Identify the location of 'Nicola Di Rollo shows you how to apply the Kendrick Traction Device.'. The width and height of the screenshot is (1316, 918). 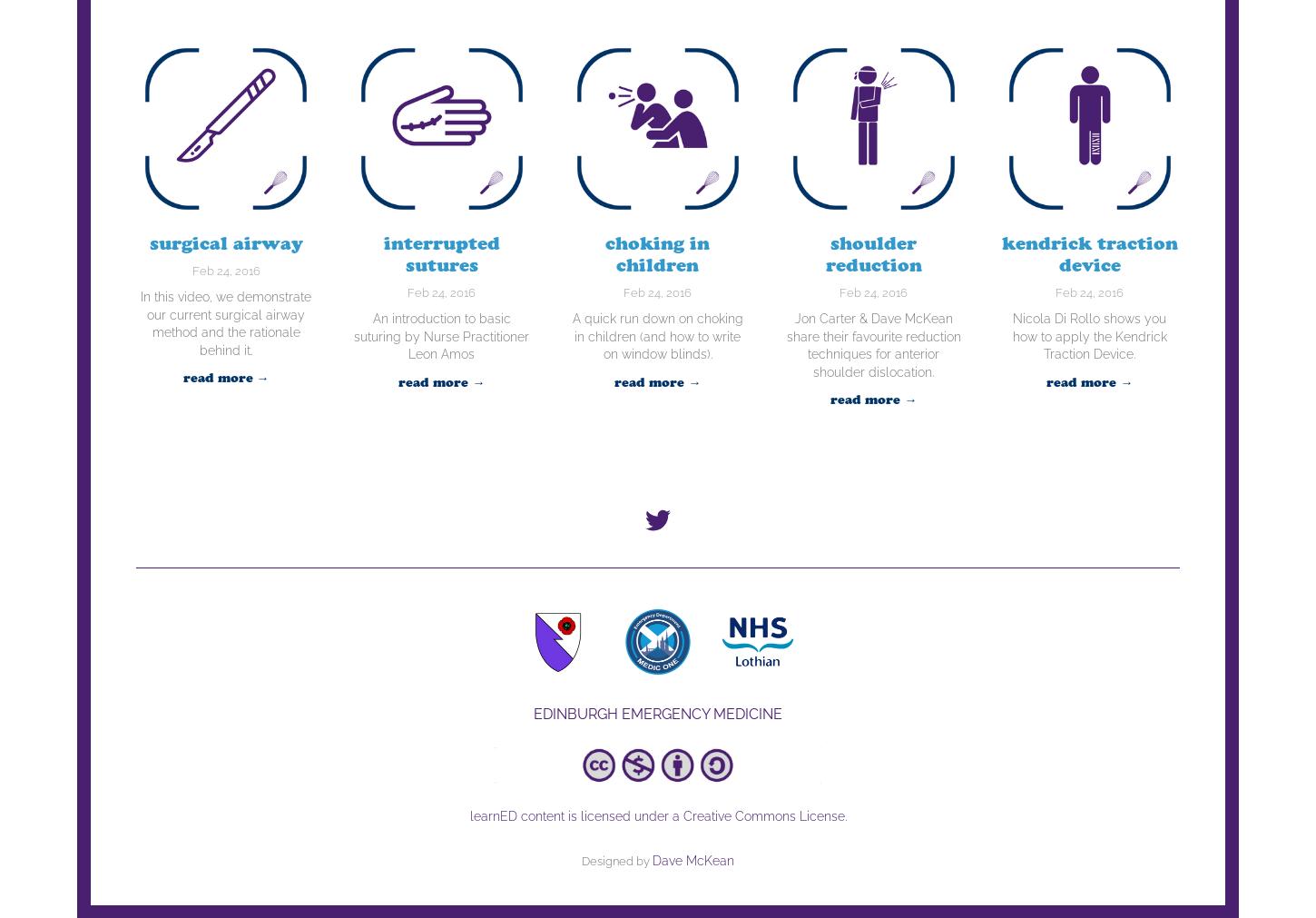
(1088, 335).